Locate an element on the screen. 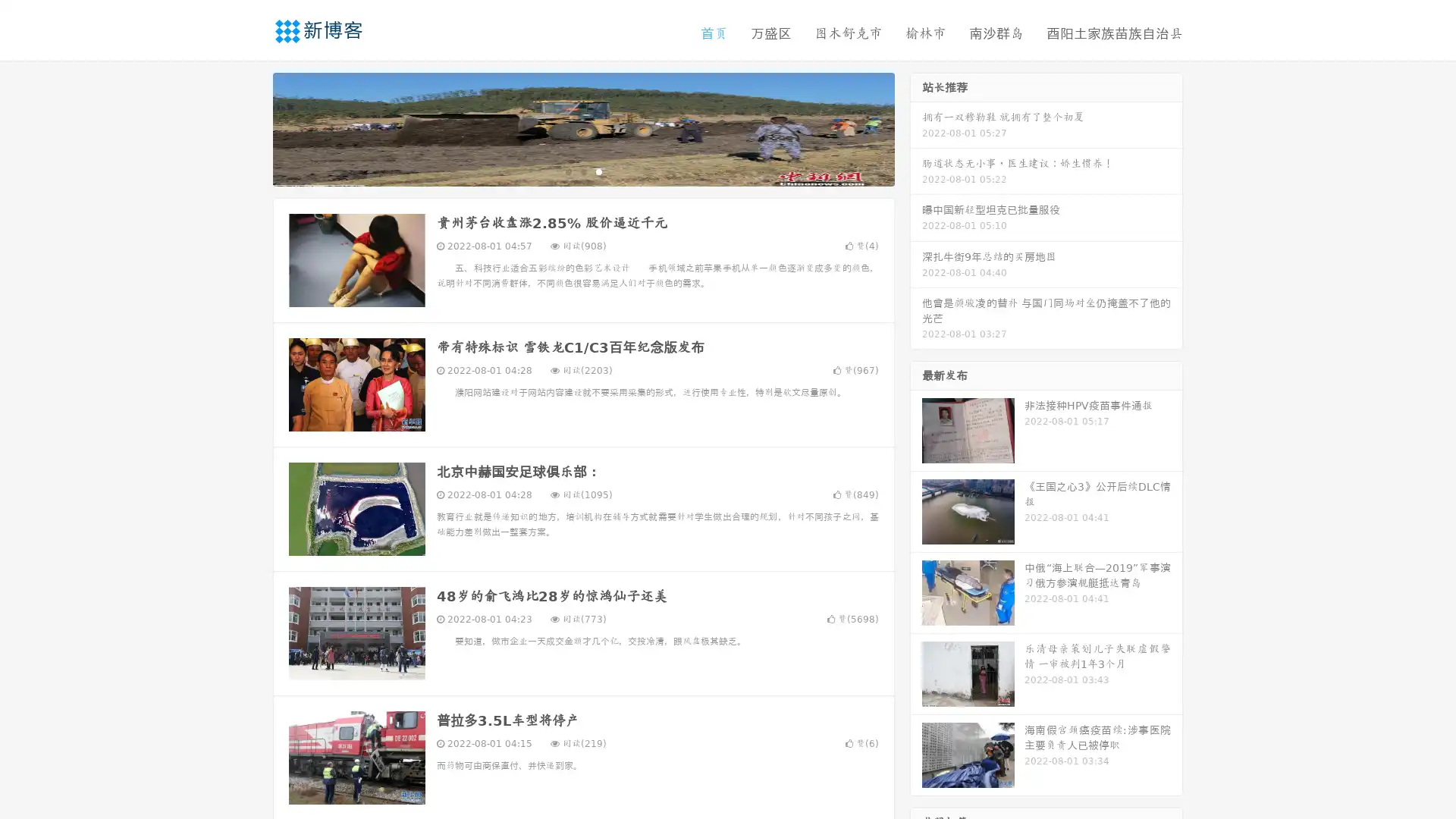  Previous slide is located at coordinates (250, 127).